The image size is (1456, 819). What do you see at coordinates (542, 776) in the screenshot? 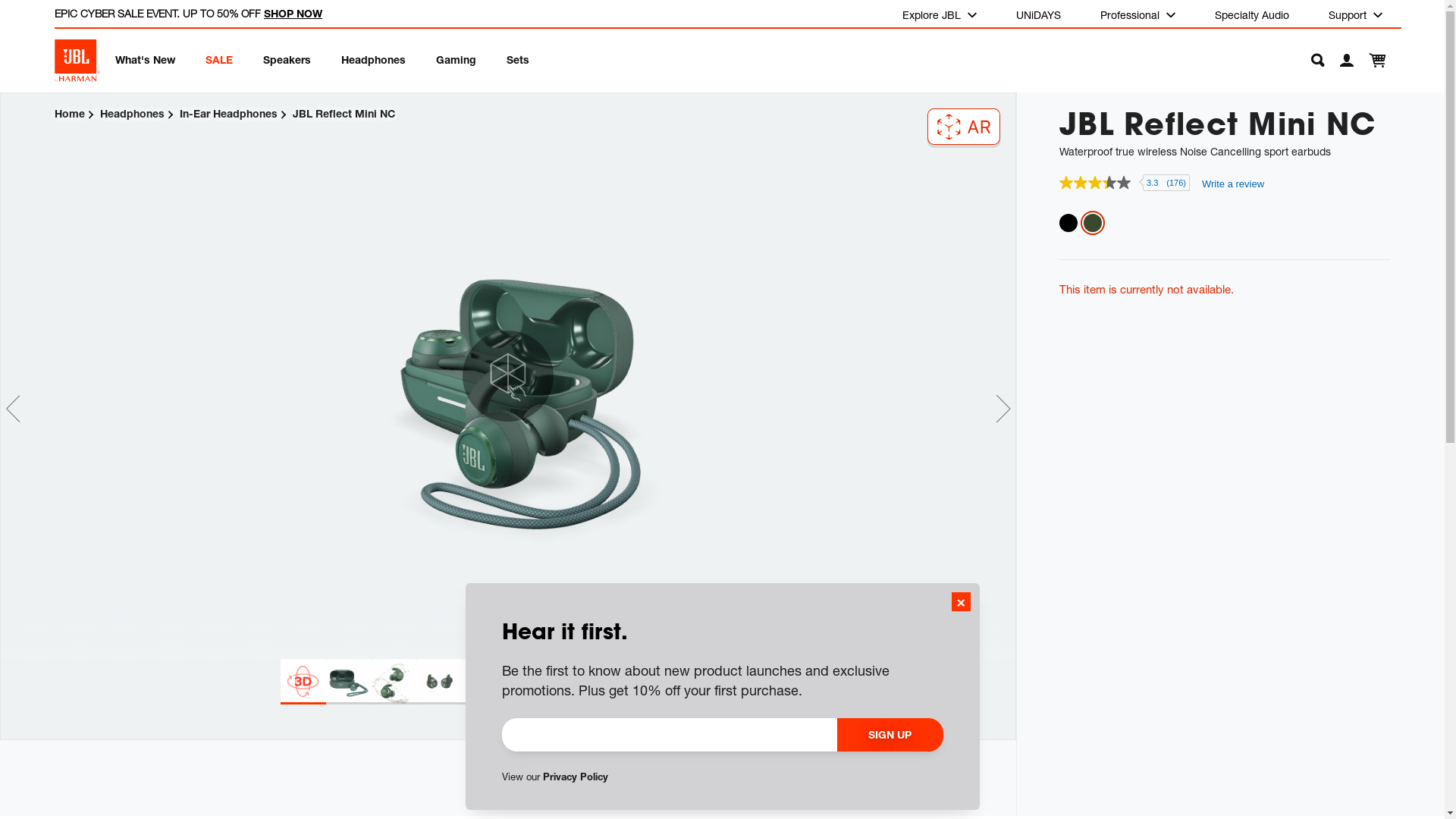
I see `'Privacy Policy'` at bounding box center [542, 776].